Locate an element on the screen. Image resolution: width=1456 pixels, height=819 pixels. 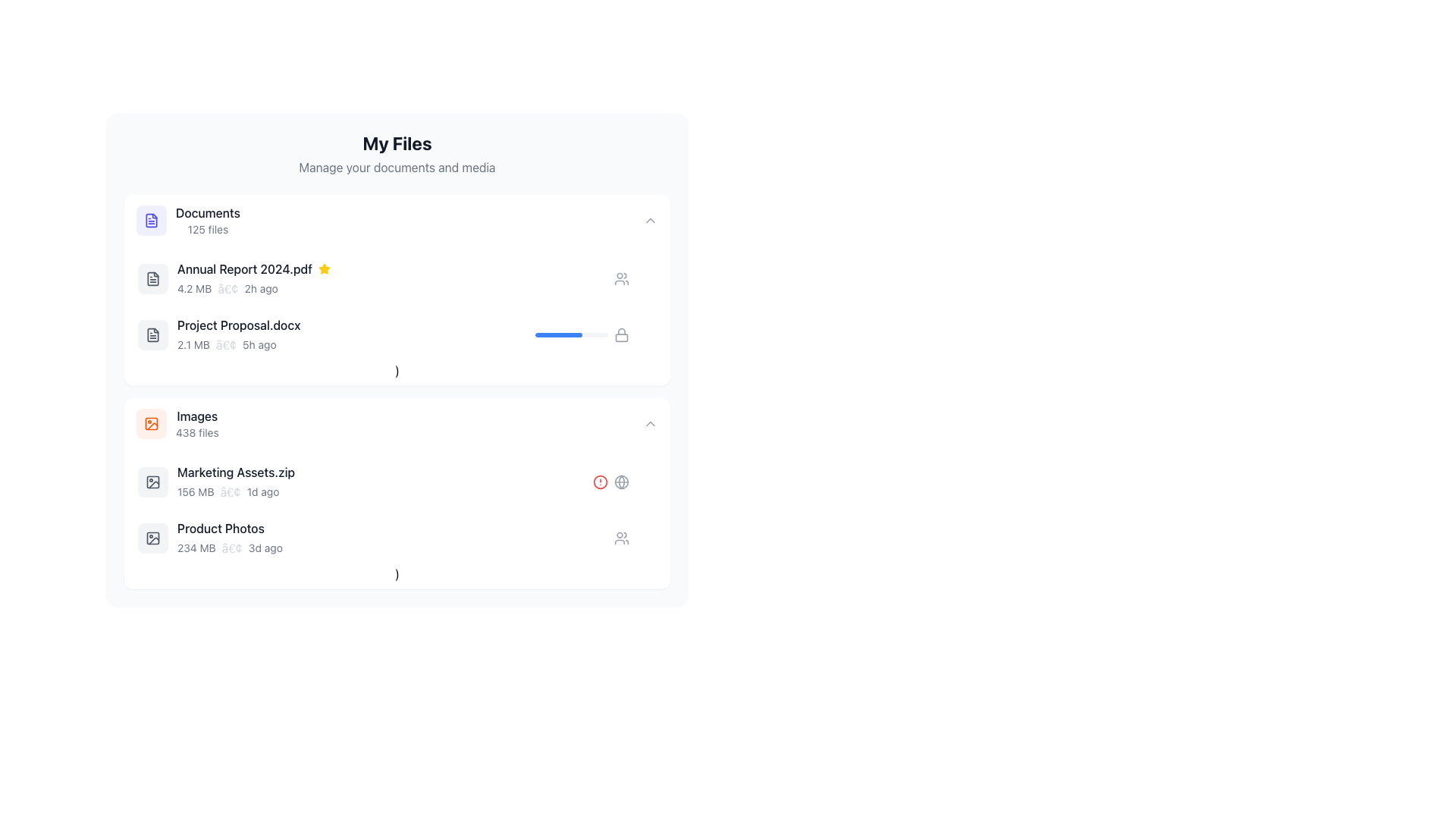
the appearance of the 'Product Photos' icon, which is visually represented as an image file and located within the third entry under the 'Images' section, surrounded by a rounded rectangle background is located at coordinates (152, 537).